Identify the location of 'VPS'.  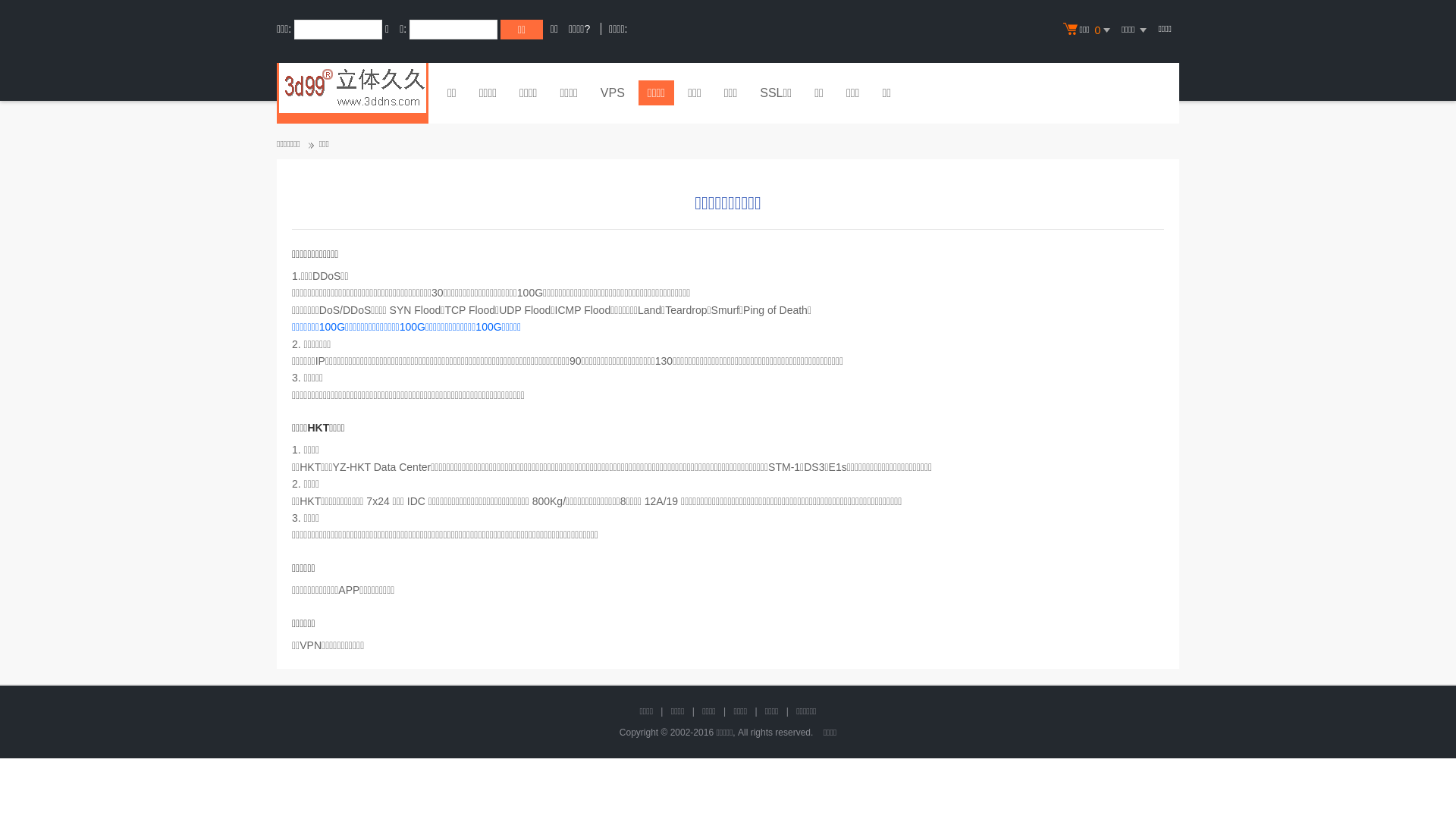
(590, 94).